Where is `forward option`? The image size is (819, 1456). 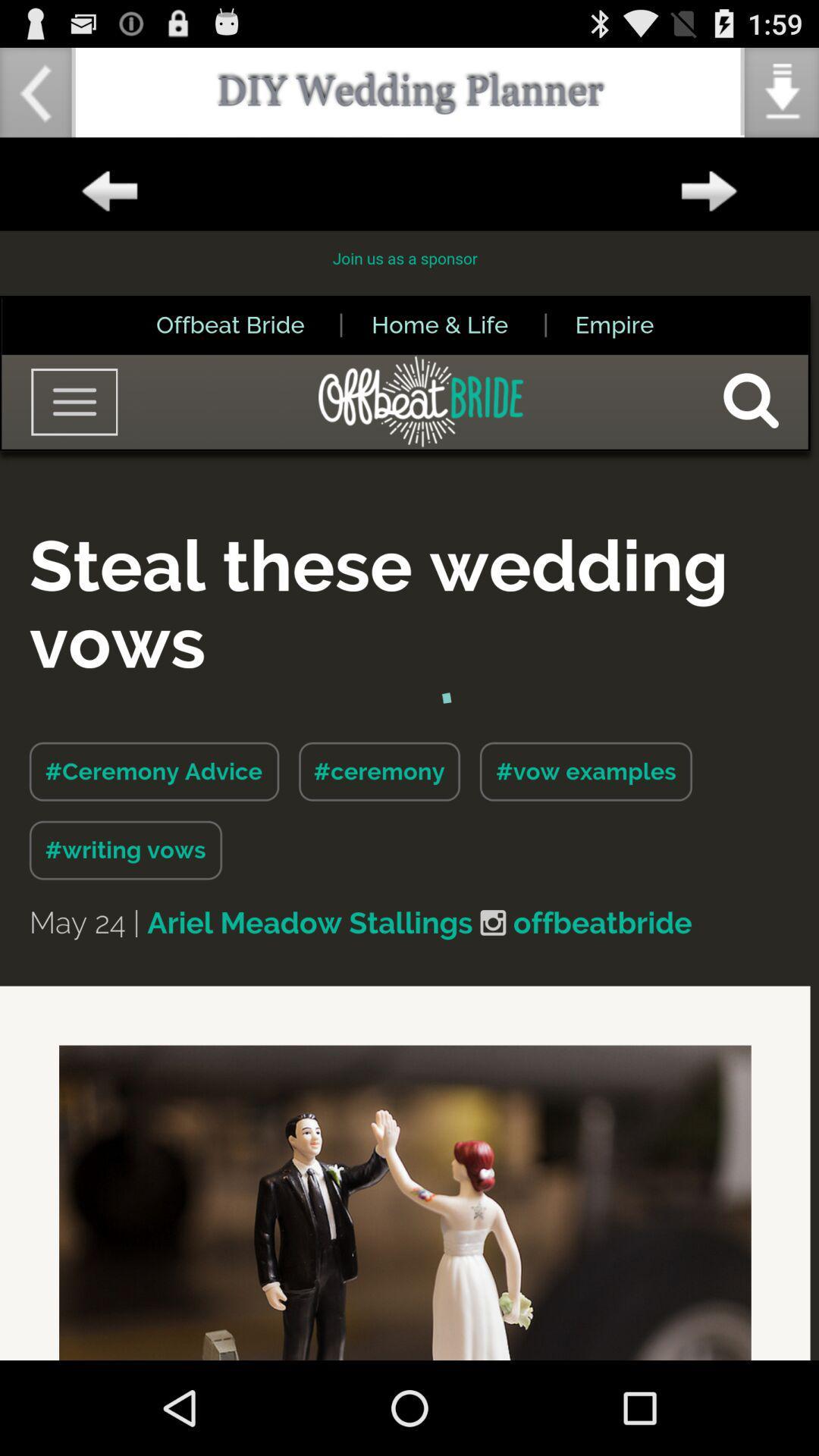 forward option is located at coordinates (709, 191).